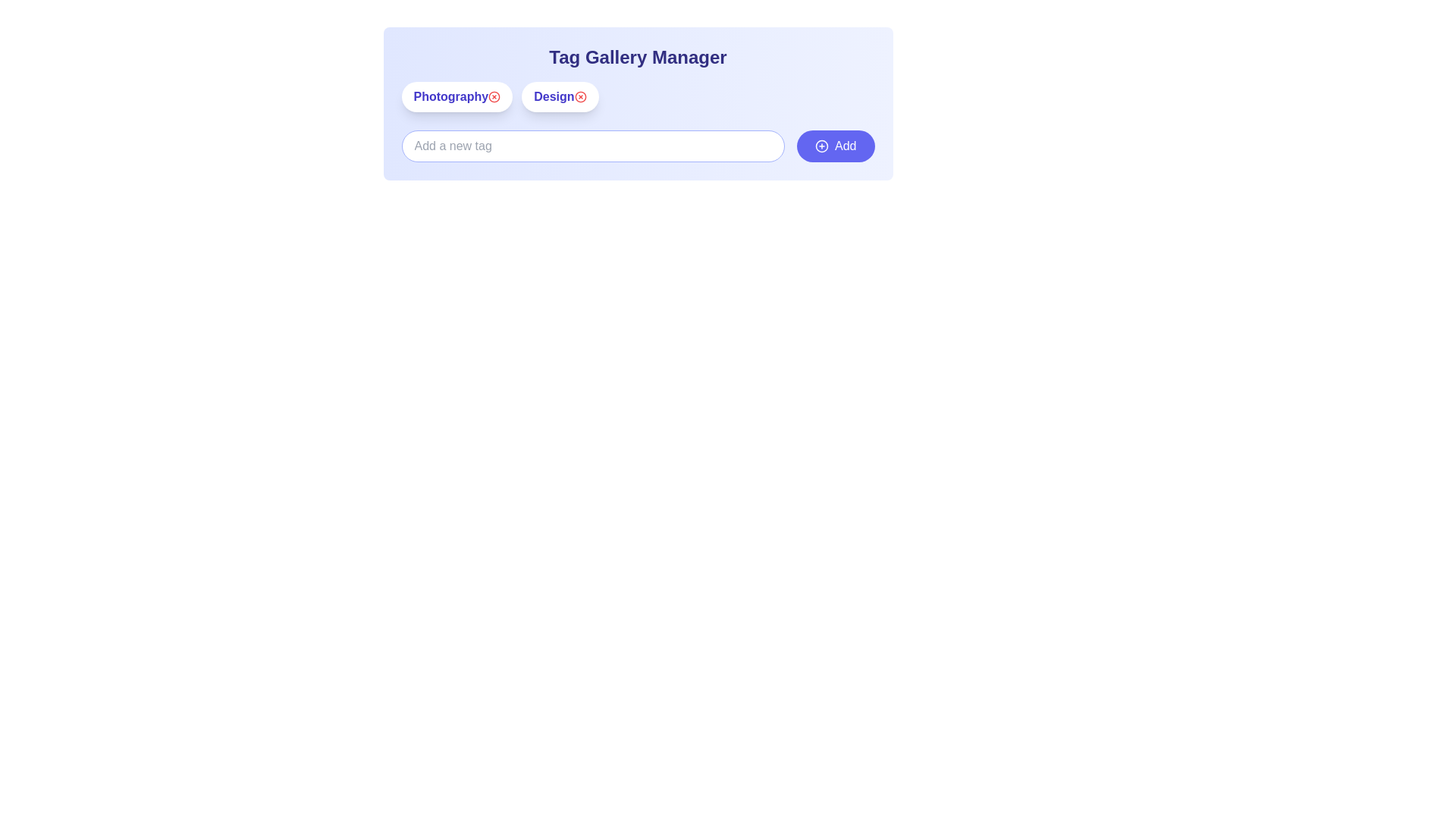 Image resolution: width=1456 pixels, height=819 pixels. I want to click on the rounded purple button with a white '+' icon and the text 'Add', so click(835, 146).